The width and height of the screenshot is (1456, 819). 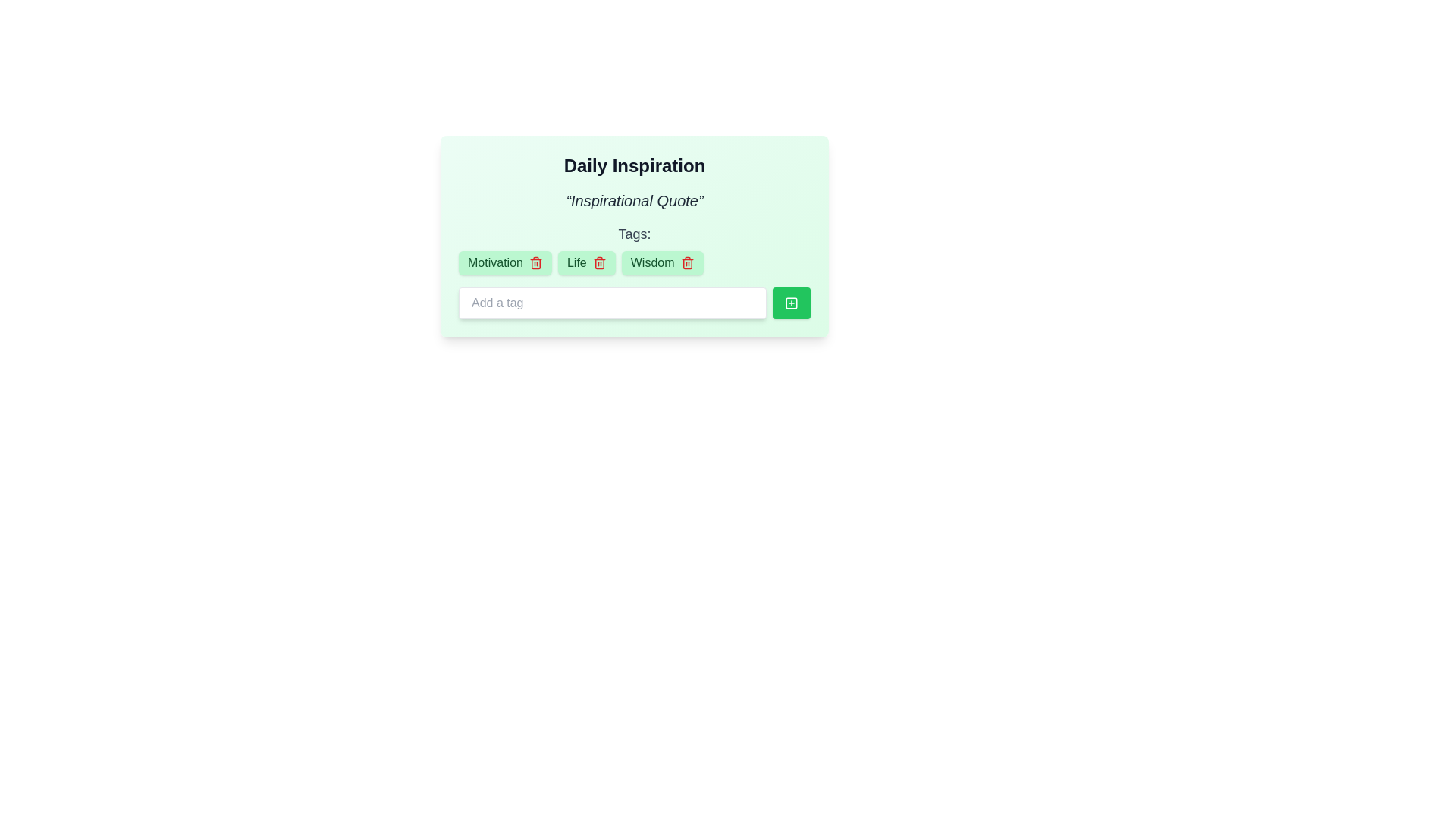 What do you see at coordinates (585, 262) in the screenshot?
I see `the trash icon associated with the 'Life' tag under the 'Tags:' heading in the 'Daily Inspiration' section` at bounding box center [585, 262].